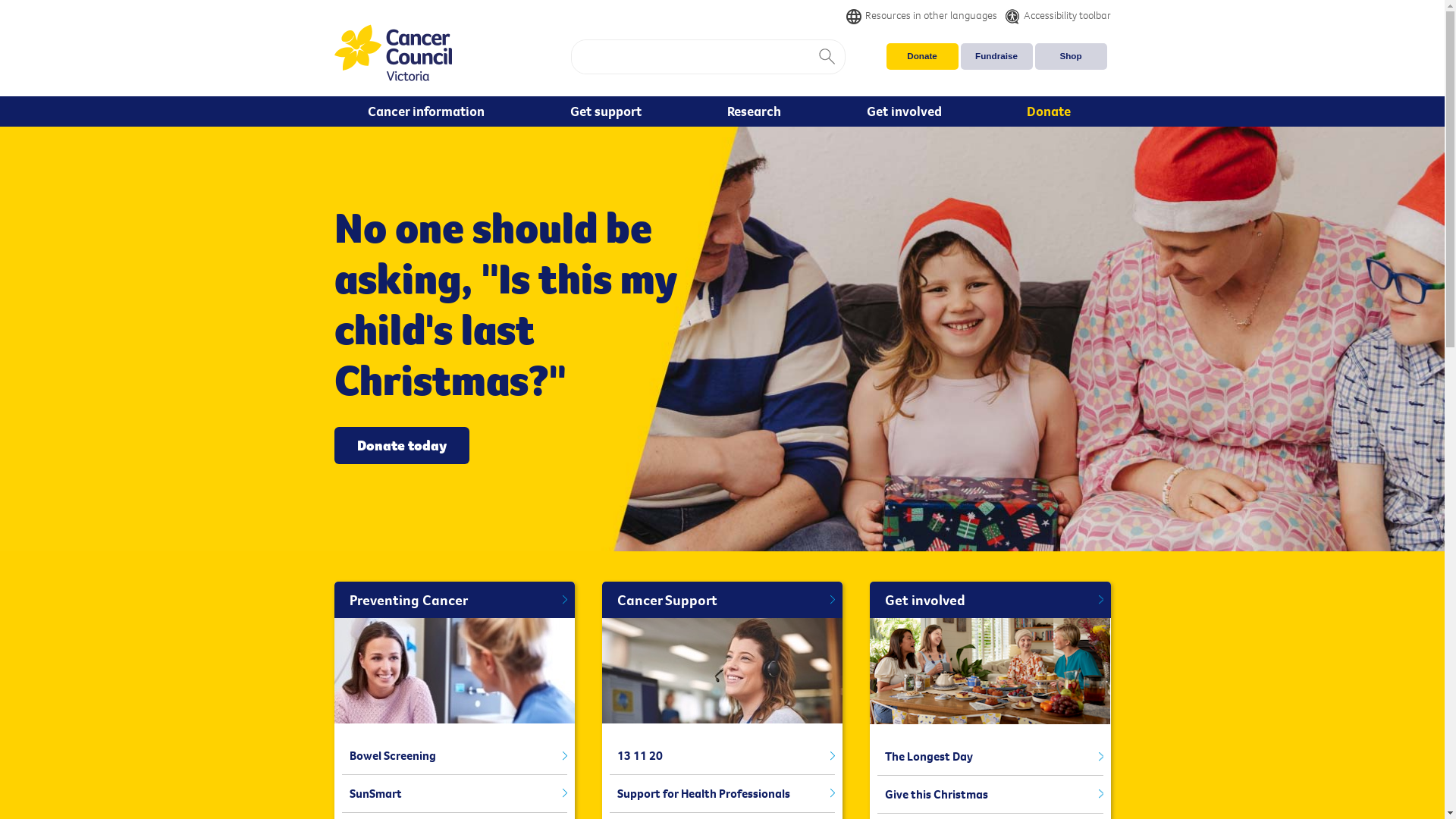 This screenshot has width=1456, height=819. What do you see at coordinates (757, 110) in the screenshot?
I see `'Research'` at bounding box center [757, 110].